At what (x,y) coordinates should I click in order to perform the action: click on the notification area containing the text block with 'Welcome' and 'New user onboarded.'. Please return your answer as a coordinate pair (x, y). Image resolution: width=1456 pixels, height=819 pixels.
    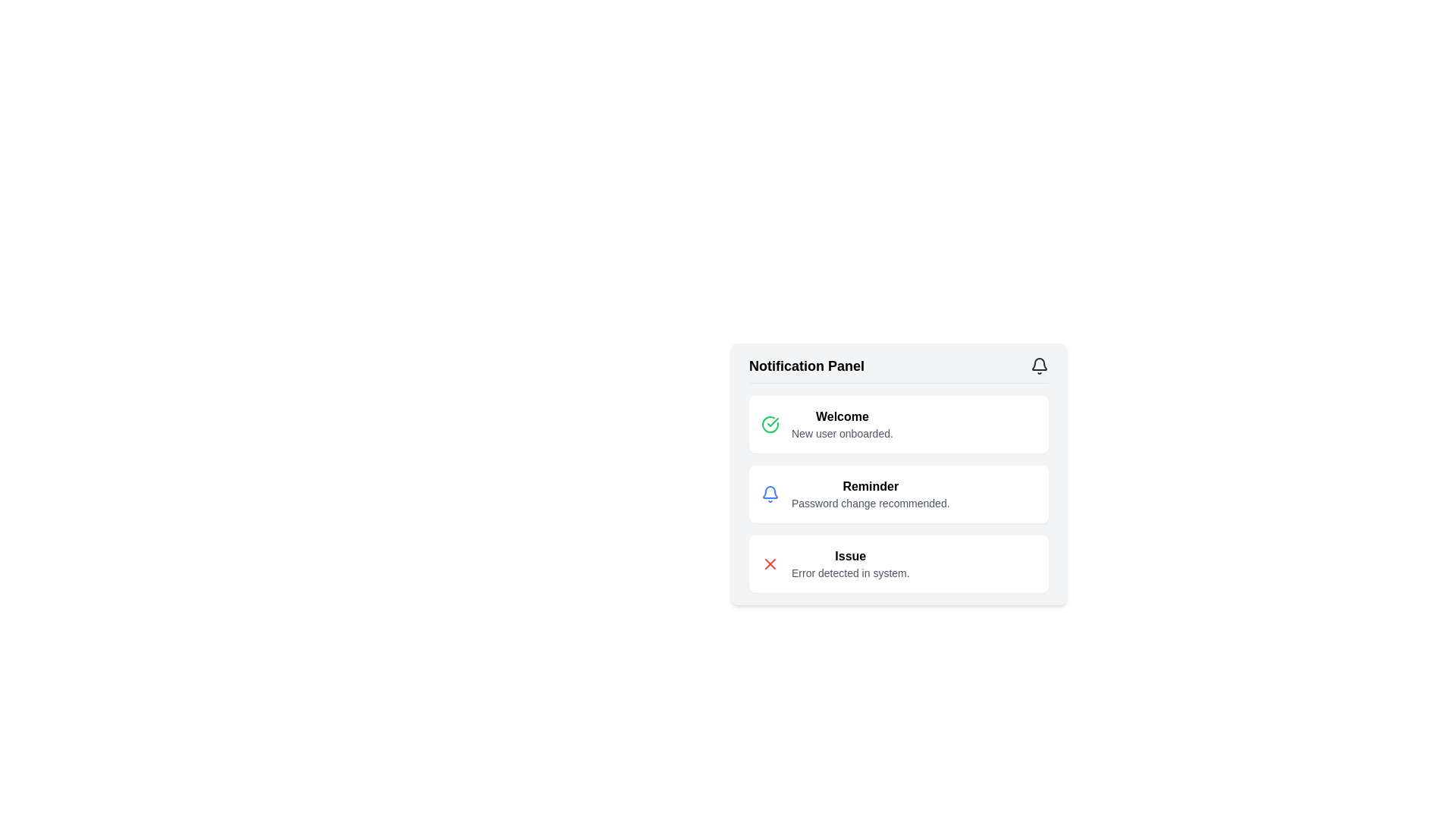
    Looking at the image, I should click on (841, 424).